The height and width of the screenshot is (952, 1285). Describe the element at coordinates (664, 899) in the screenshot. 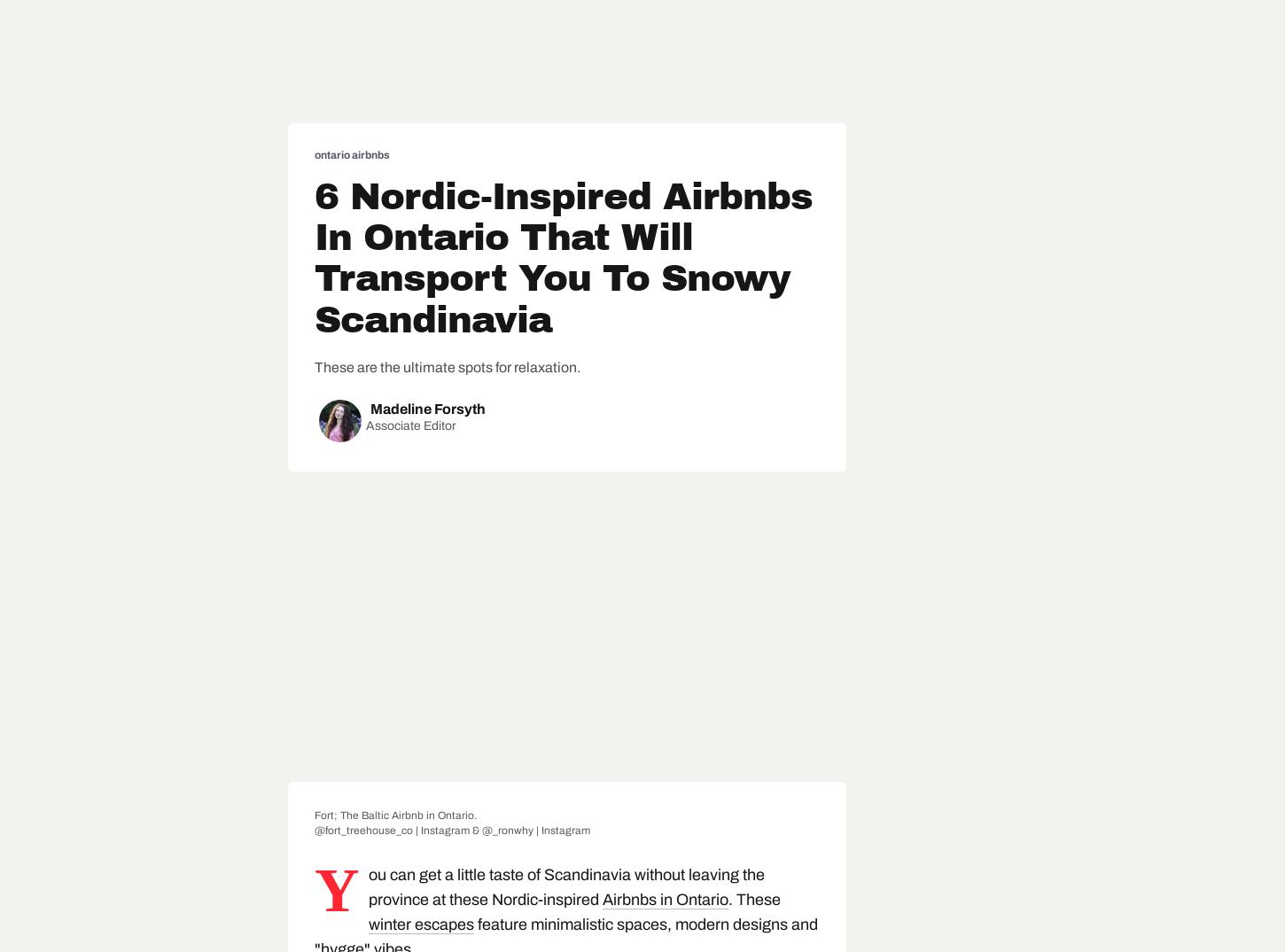

I see `'Airbnbs in Ontario'` at that location.